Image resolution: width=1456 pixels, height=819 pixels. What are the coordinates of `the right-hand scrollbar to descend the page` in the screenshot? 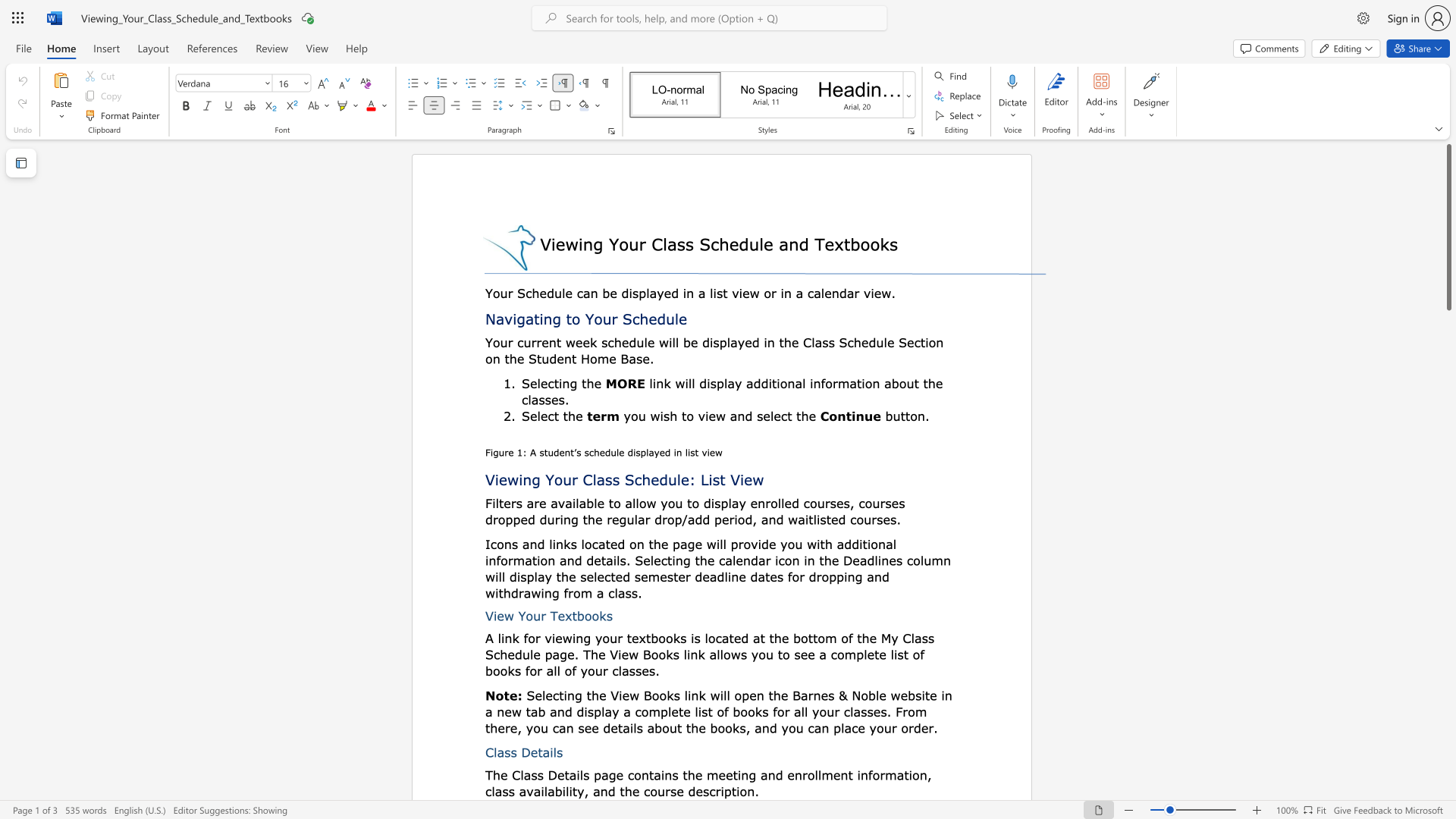 It's located at (1448, 719).